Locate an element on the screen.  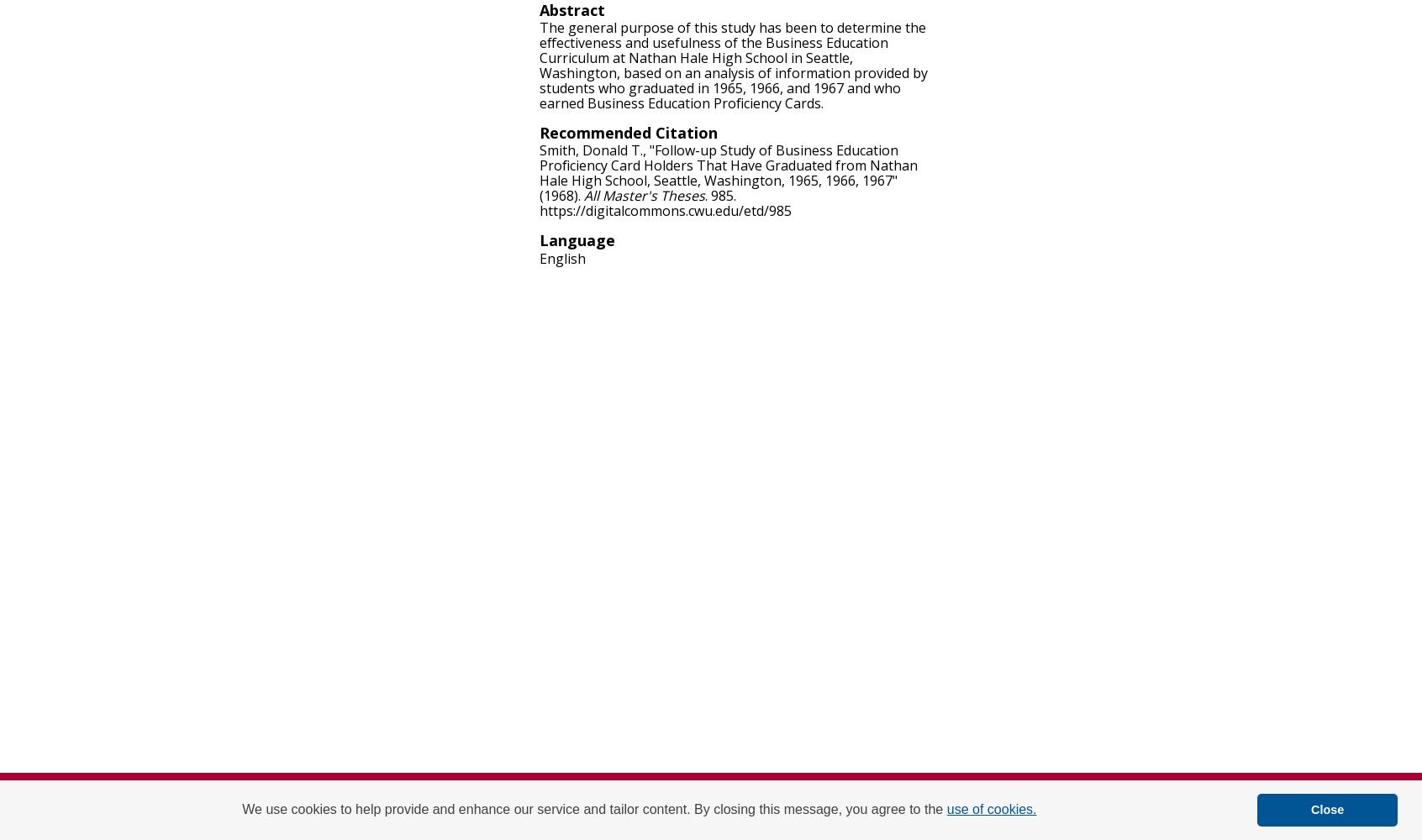
'The general purpose of this study has been to determine the effectiveness and usefulness of the Business Education Curriculum at Nathan Hale High School in Seattle, Washington, based on an analysis of information provided by students who graduated in 1965, 1966, and 1967 and who earned Business Education Proficiency Cards.' is located at coordinates (733, 65).